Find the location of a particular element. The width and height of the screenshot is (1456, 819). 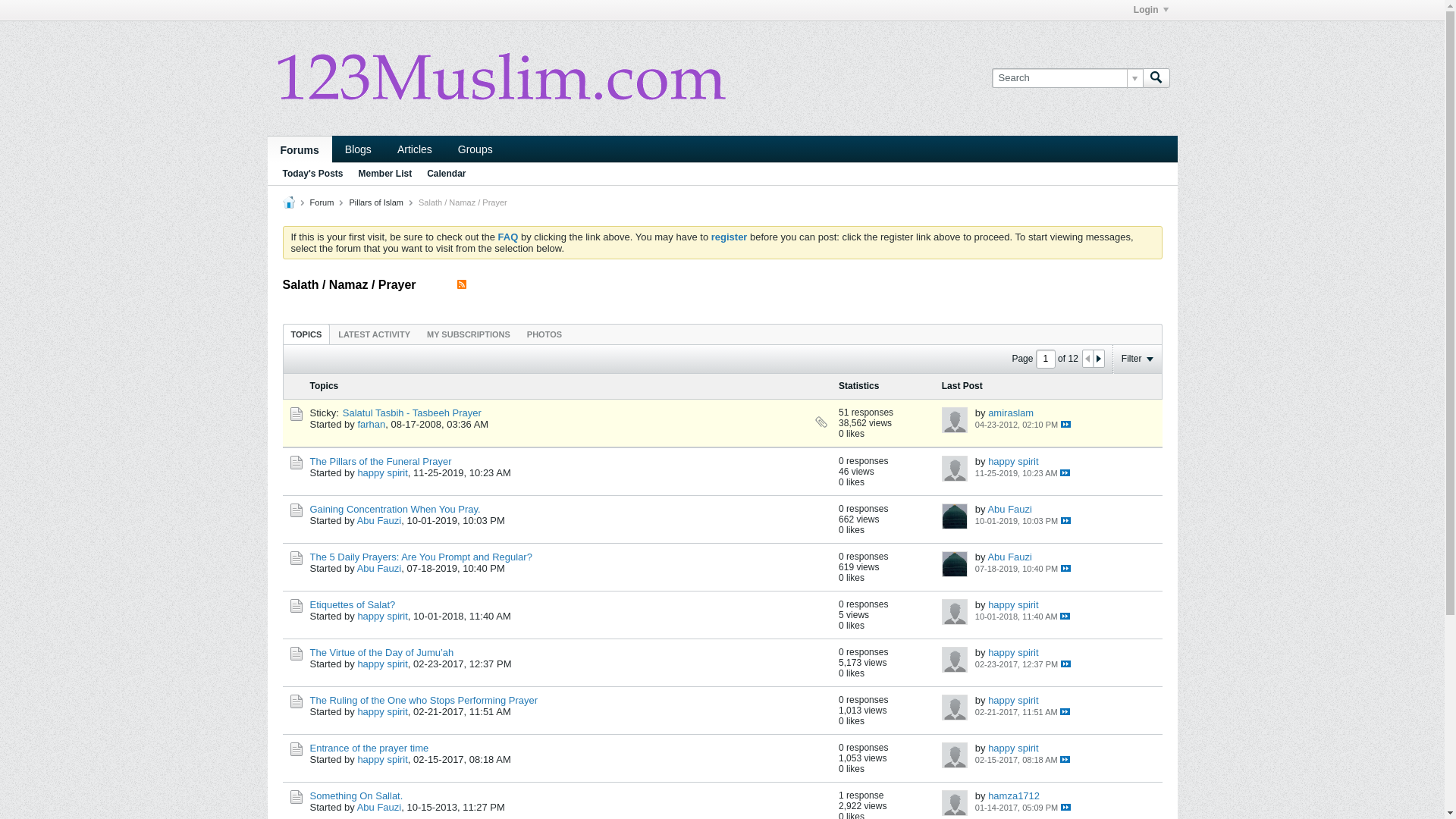

'View this channel's RSS feed.' is located at coordinates (461, 284).